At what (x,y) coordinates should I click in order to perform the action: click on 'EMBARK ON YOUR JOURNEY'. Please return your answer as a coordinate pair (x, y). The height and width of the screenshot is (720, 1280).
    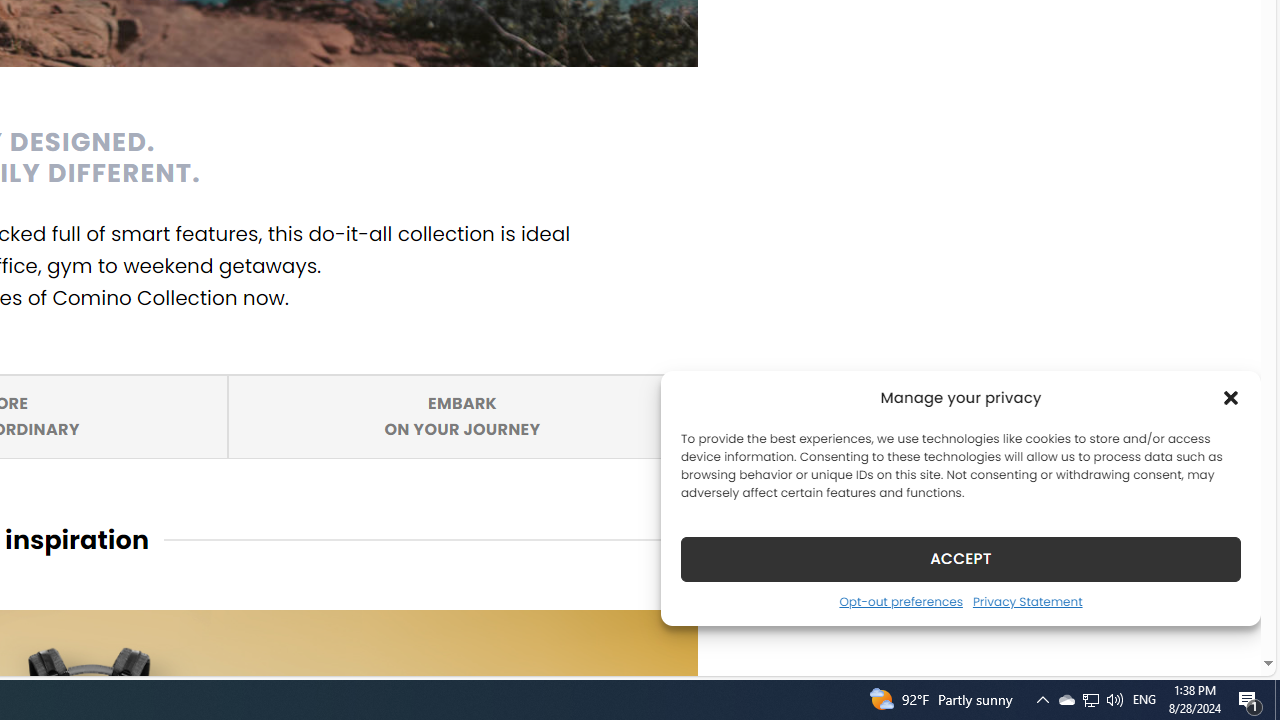
    Looking at the image, I should click on (461, 414).